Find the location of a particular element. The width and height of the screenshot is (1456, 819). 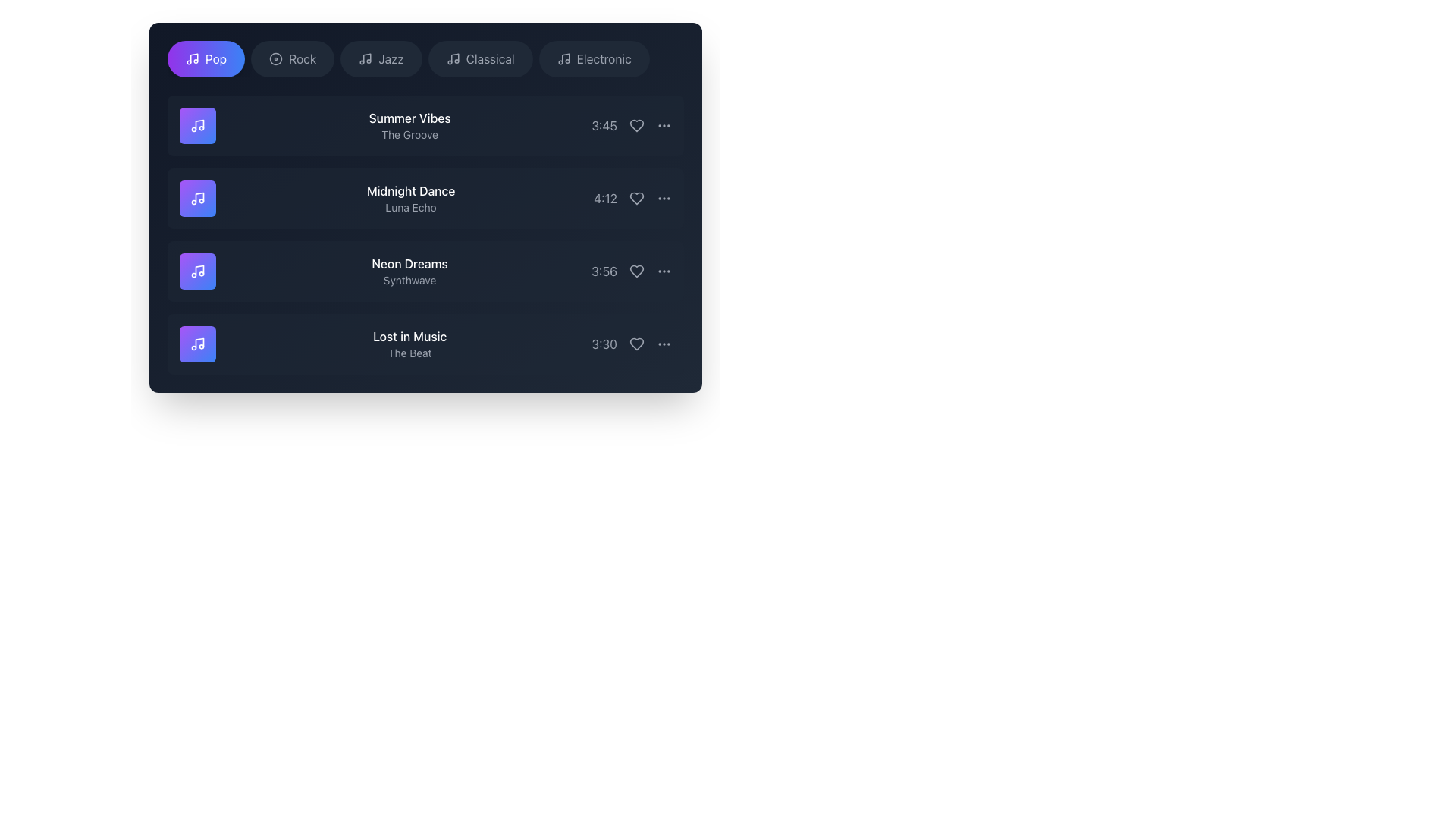

the 'Pop' text label in the leftmost button of the gradient-styled horizontal menu is located at coordinates (215, 58).